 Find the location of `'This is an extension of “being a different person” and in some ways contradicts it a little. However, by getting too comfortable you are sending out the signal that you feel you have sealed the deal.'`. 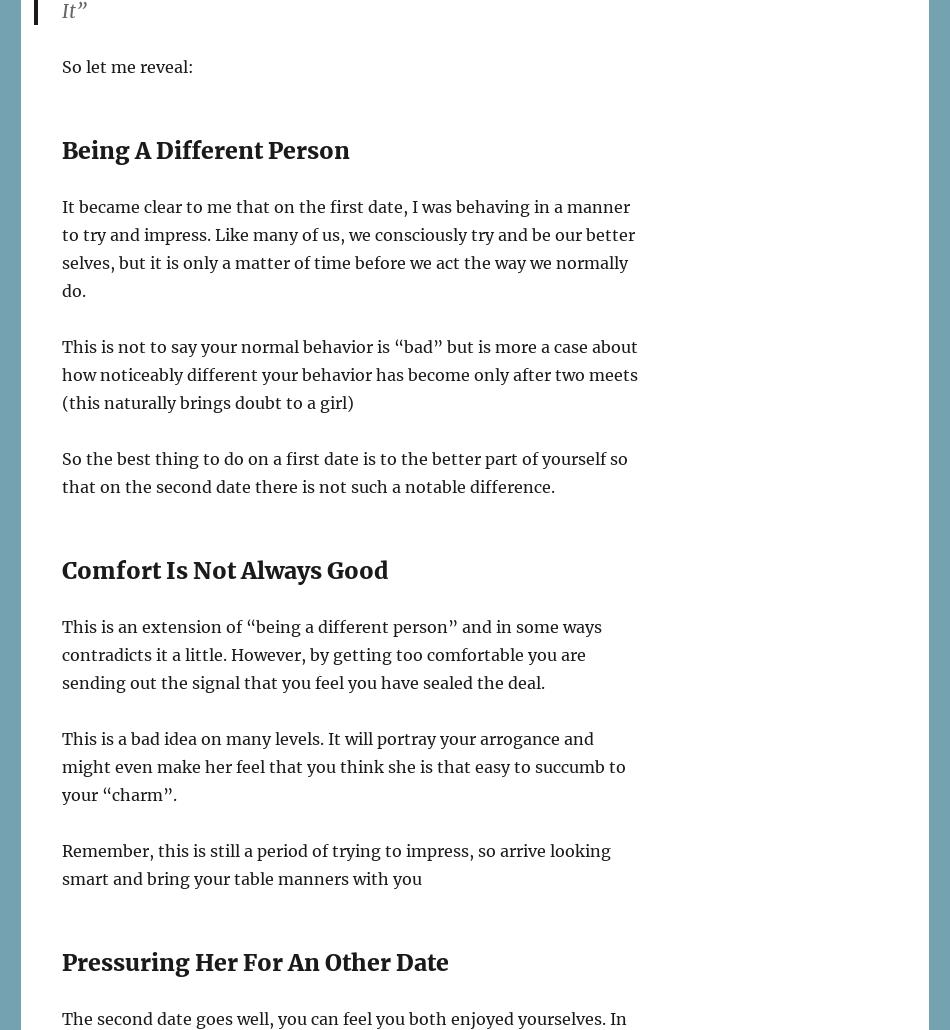

'This is an extension of “being a different person” and in some ways contradicts it a little. However, by getting too comfortable you are sending out the signal that you feel you have sealed the deal.' is located at coordinates (62, 653).